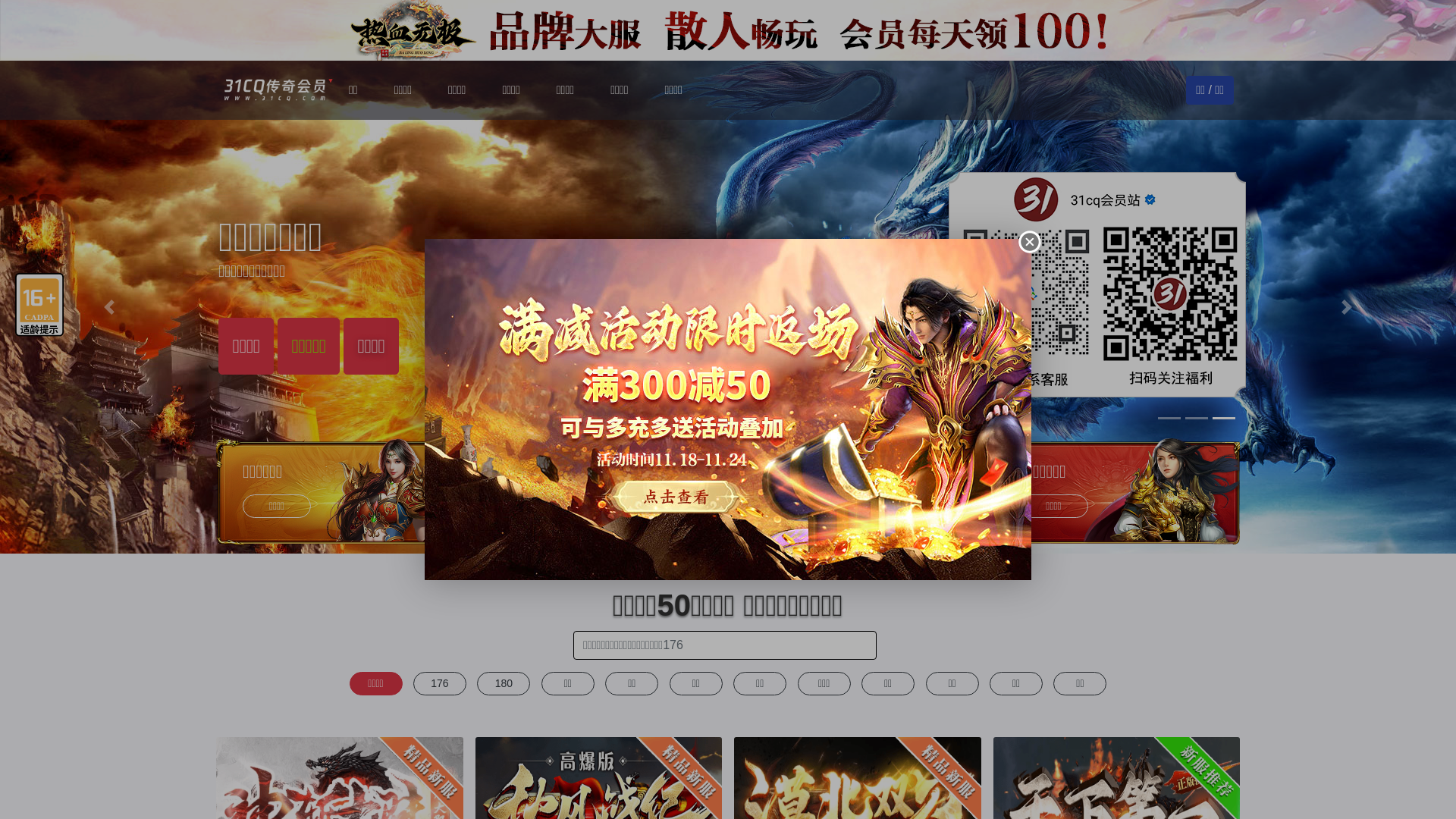 The height and width of the screenshot is (819, 1456). I want to click on 'Previous', so click(108, 307).